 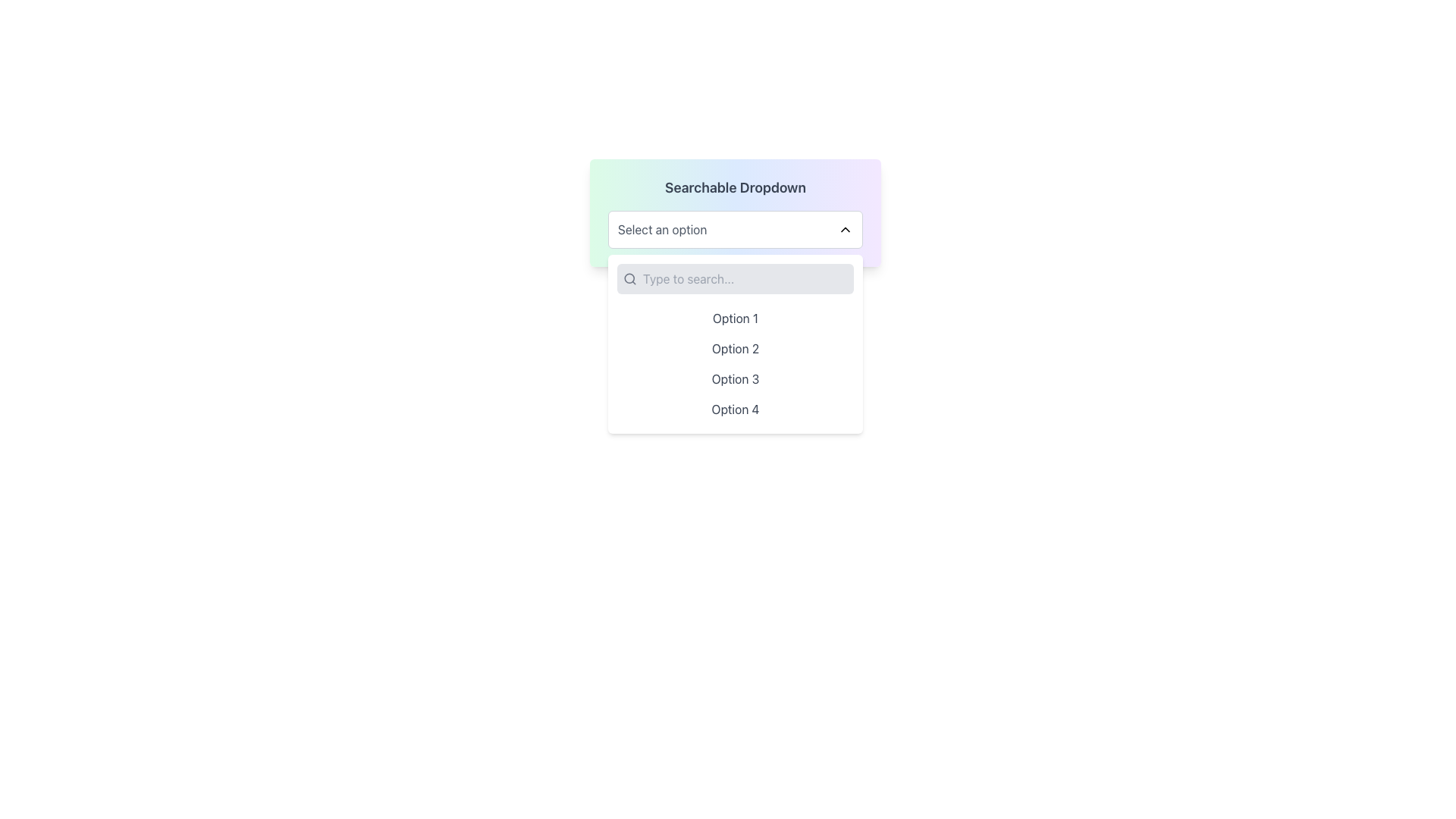 What do you see at coordinates (735, 348) in the screenshot?
I see `to select the second option in the 'Searchable Dropdown' menu` at bounding box center [735, 348].